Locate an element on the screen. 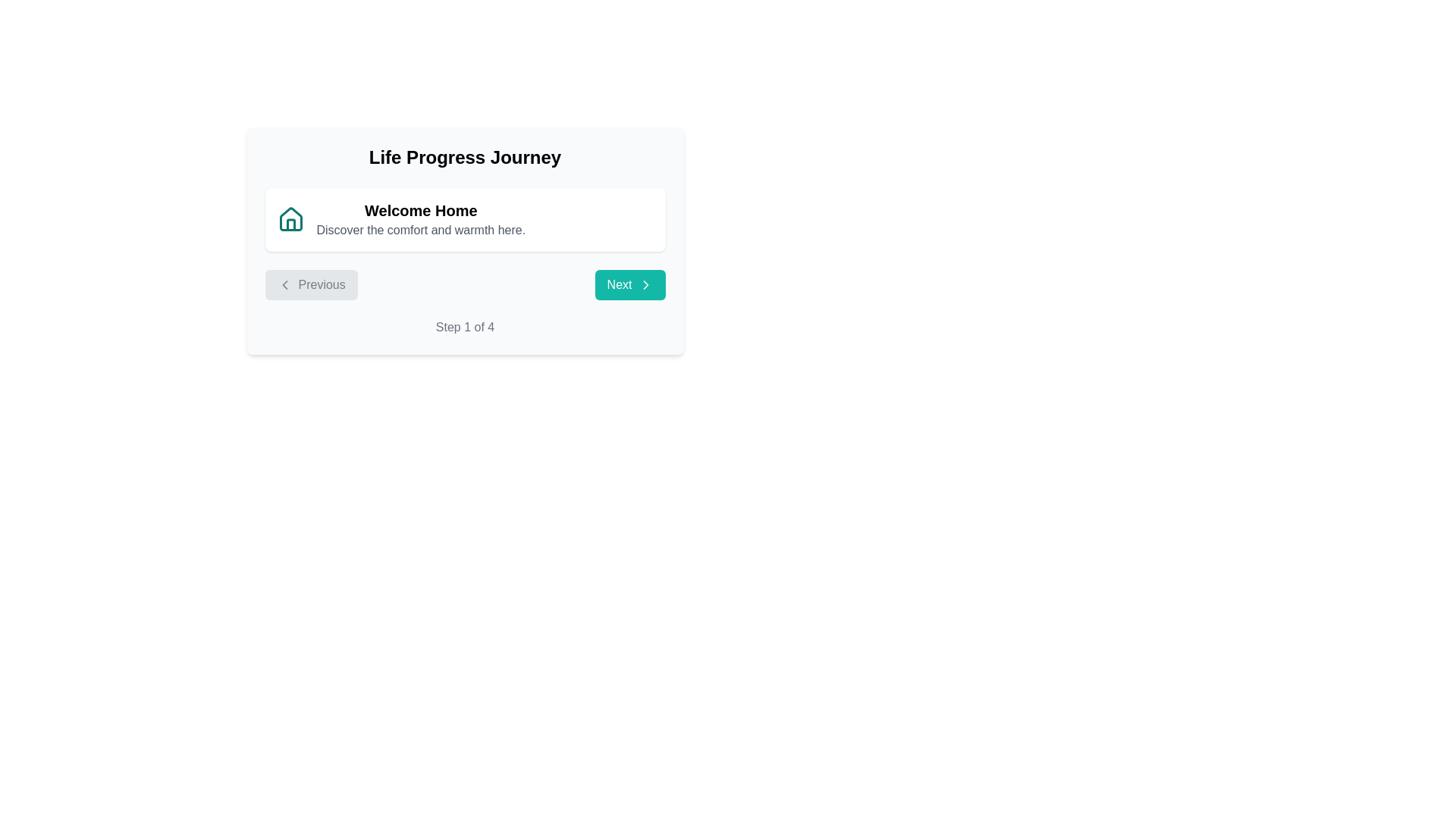 This screenshot has height=819, width=1456. the decorative 'Home' icon located within a white, rounded rectangular card, positioned to the left of the 'Welcome Home' text block is located at coordinates (290, 219).